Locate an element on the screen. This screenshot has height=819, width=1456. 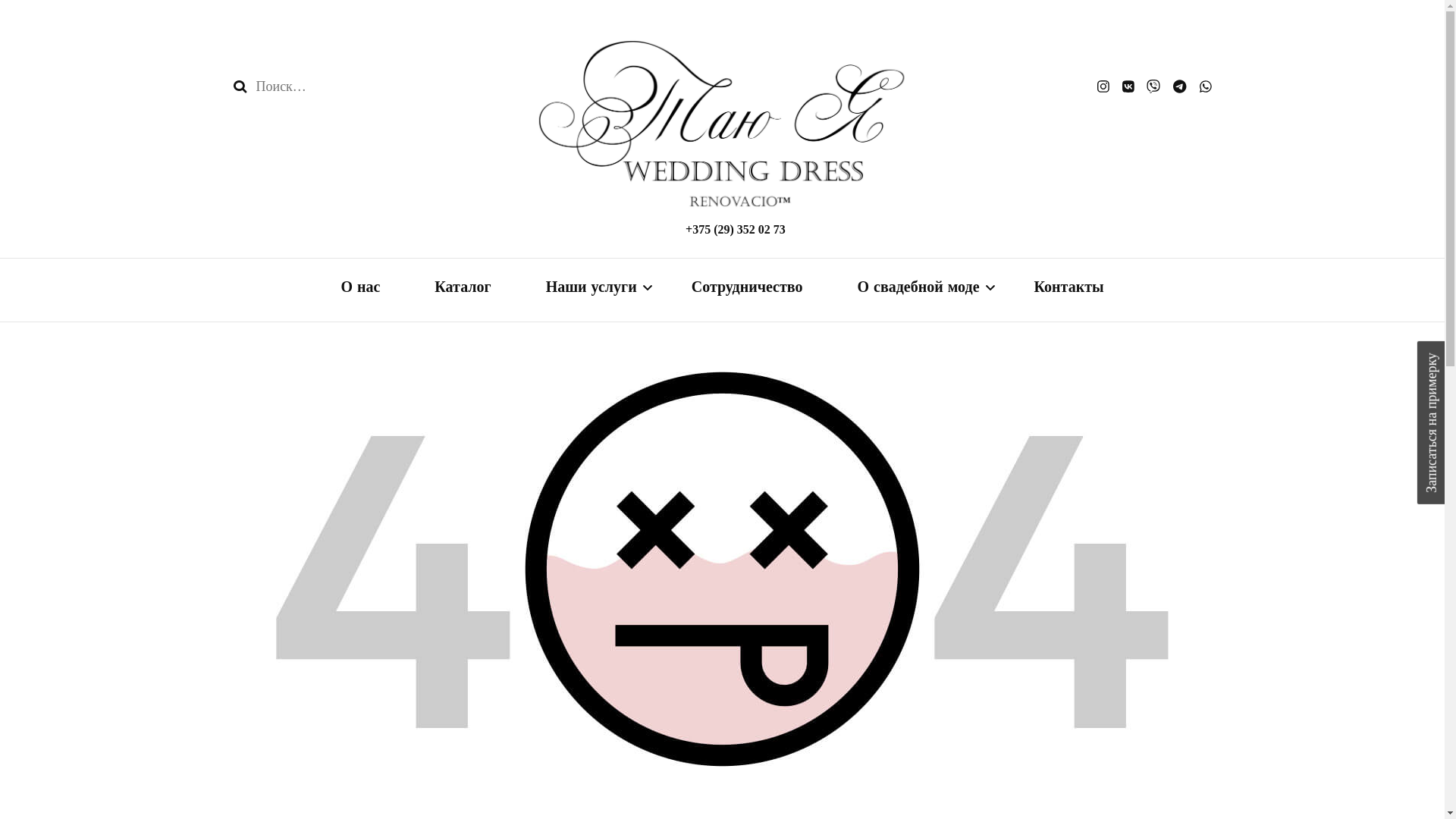
'+375 (29) 352 02 73' is located at coordinates (735, 229).